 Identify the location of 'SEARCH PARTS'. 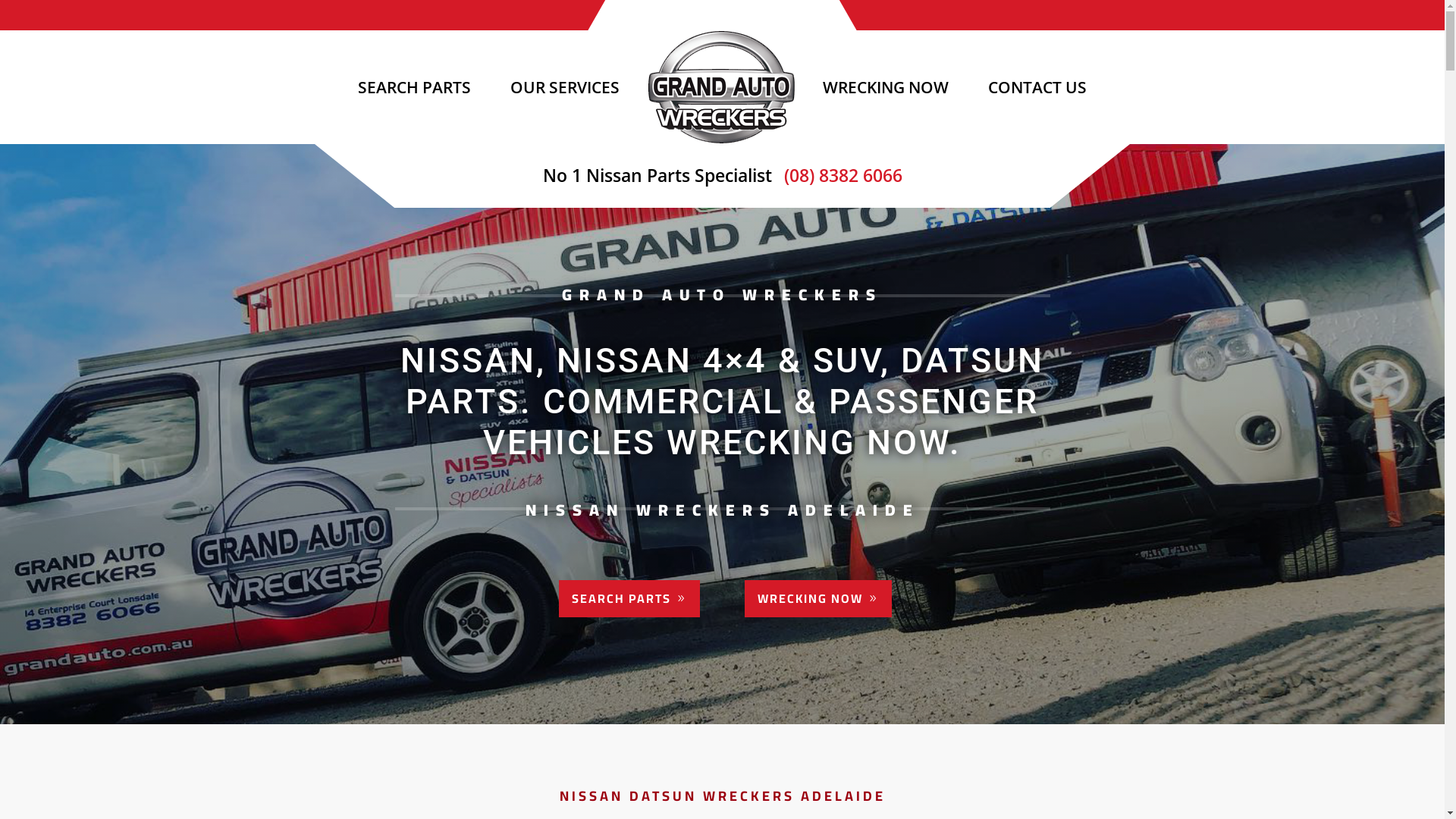
(558, 598).